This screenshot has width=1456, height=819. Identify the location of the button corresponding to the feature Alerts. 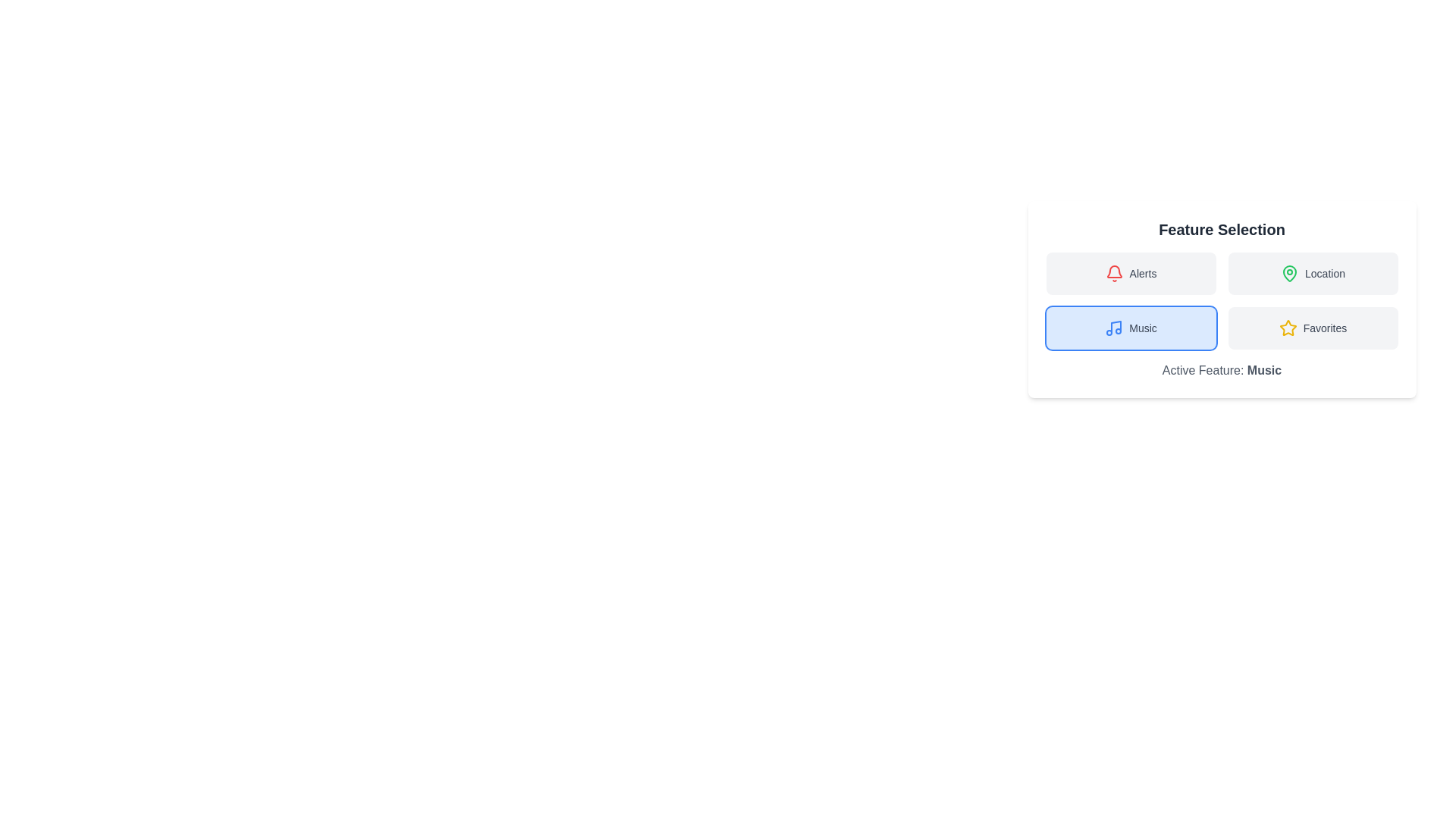
(1131, 274).